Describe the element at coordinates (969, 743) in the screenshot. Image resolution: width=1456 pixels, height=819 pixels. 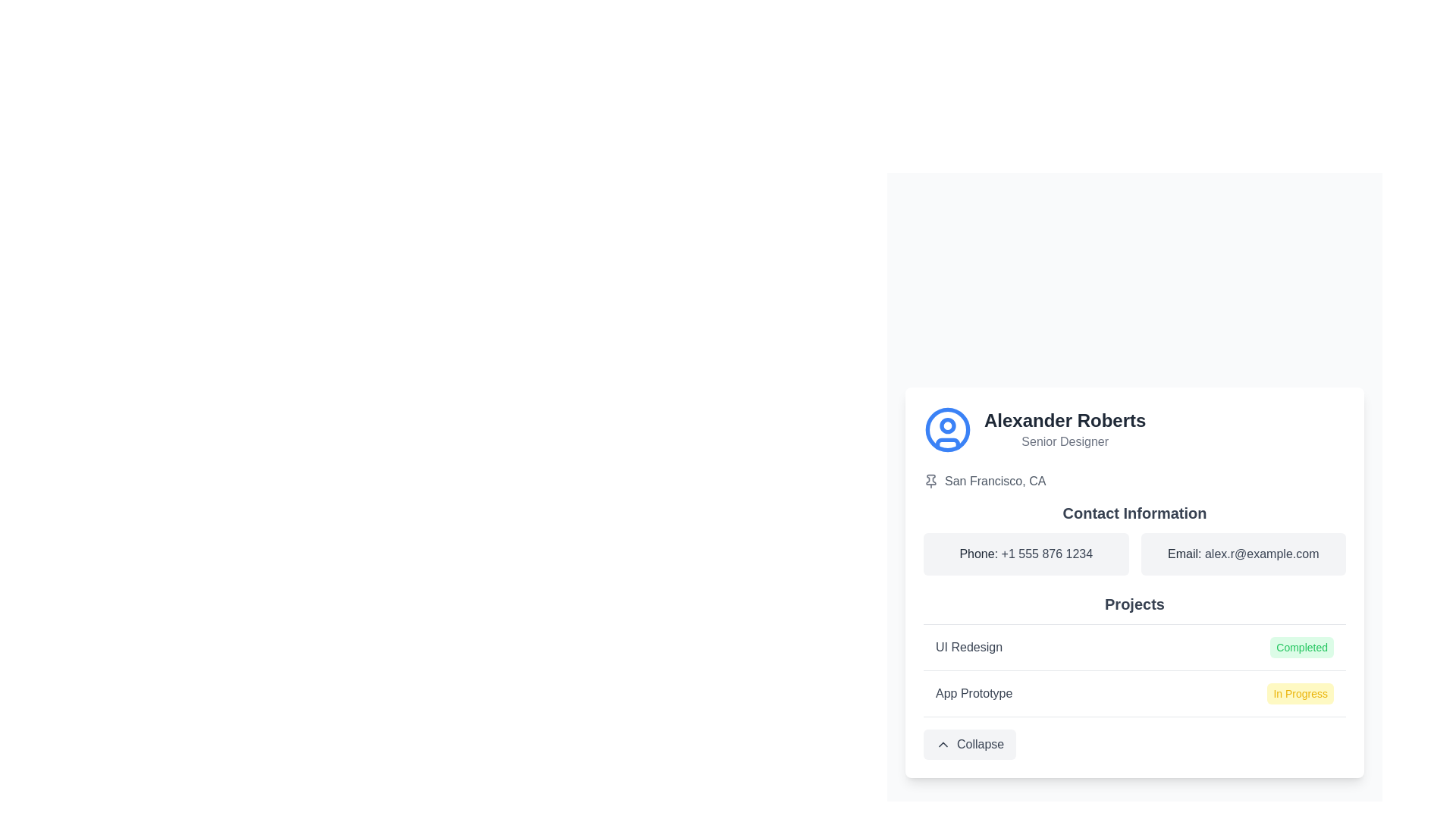
I see `the 'Collapse' button, which features a rounded rectangular shape with a light gray background and darker gray text, located at the bottom of the user details card` at that location.